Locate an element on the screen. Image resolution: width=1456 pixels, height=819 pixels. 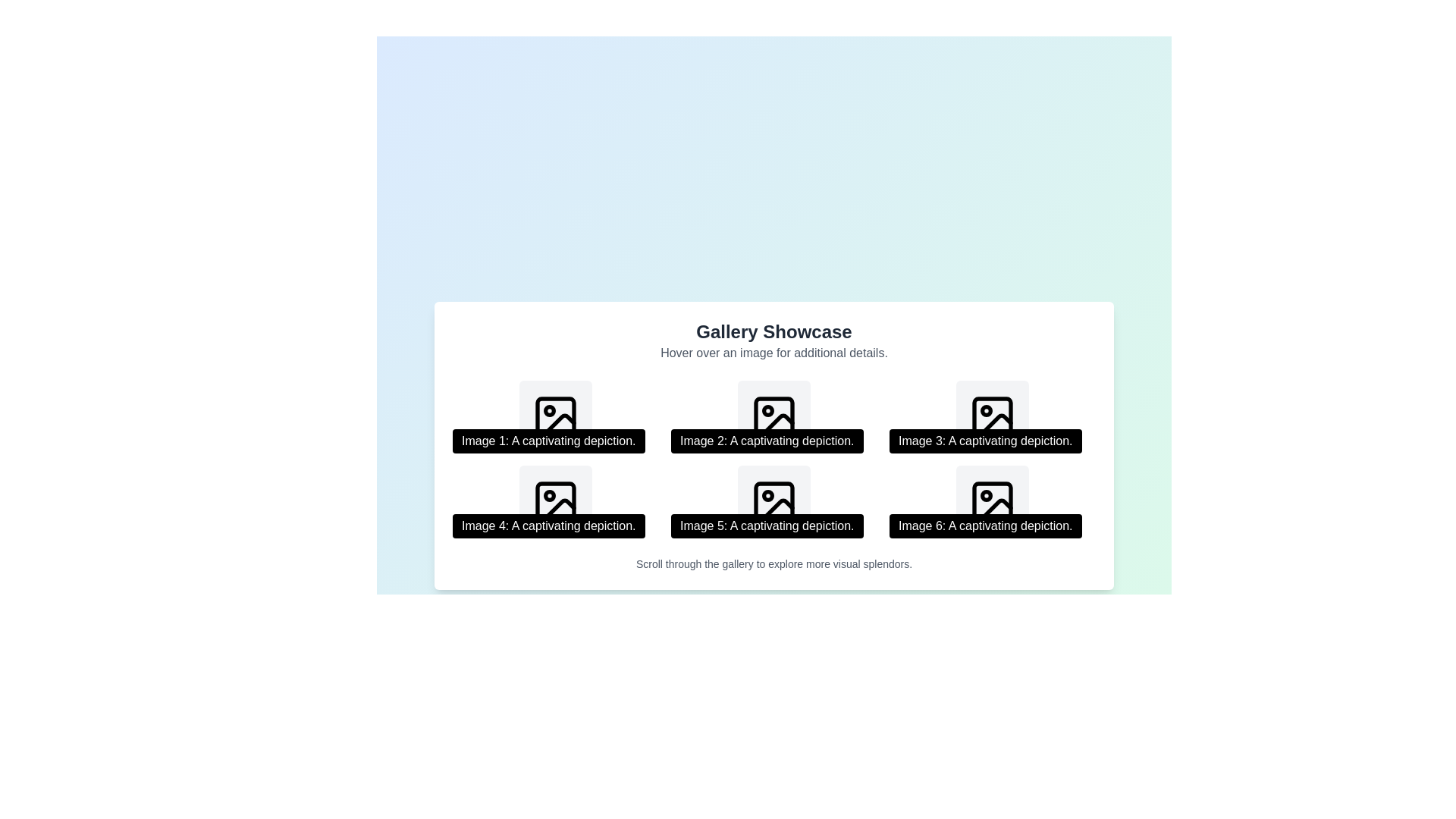
the black icon is located at coordinates (555, 417).